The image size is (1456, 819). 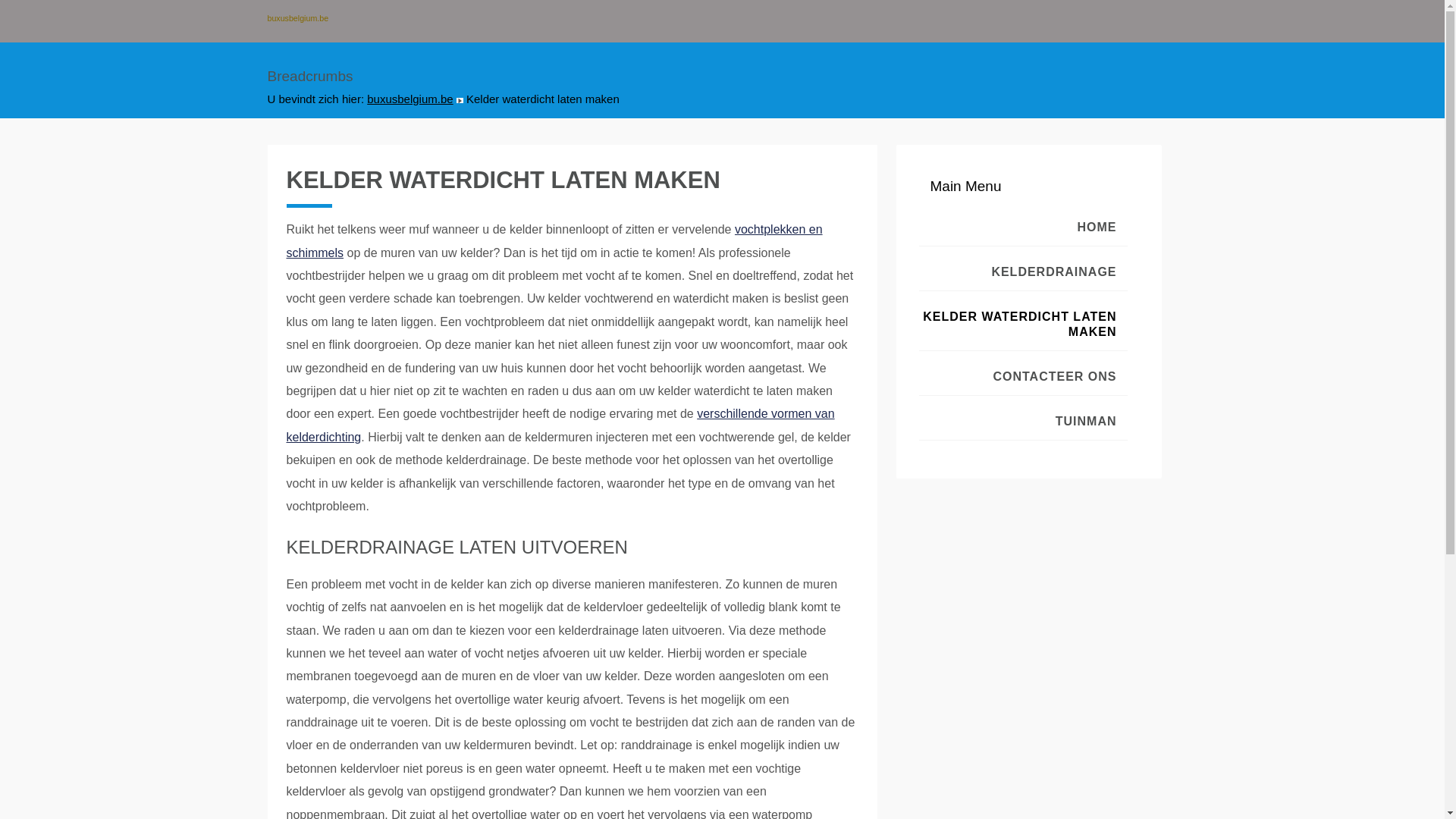 I want to click on 'vochtplekken en schimmels', so click(x=554, y=240).